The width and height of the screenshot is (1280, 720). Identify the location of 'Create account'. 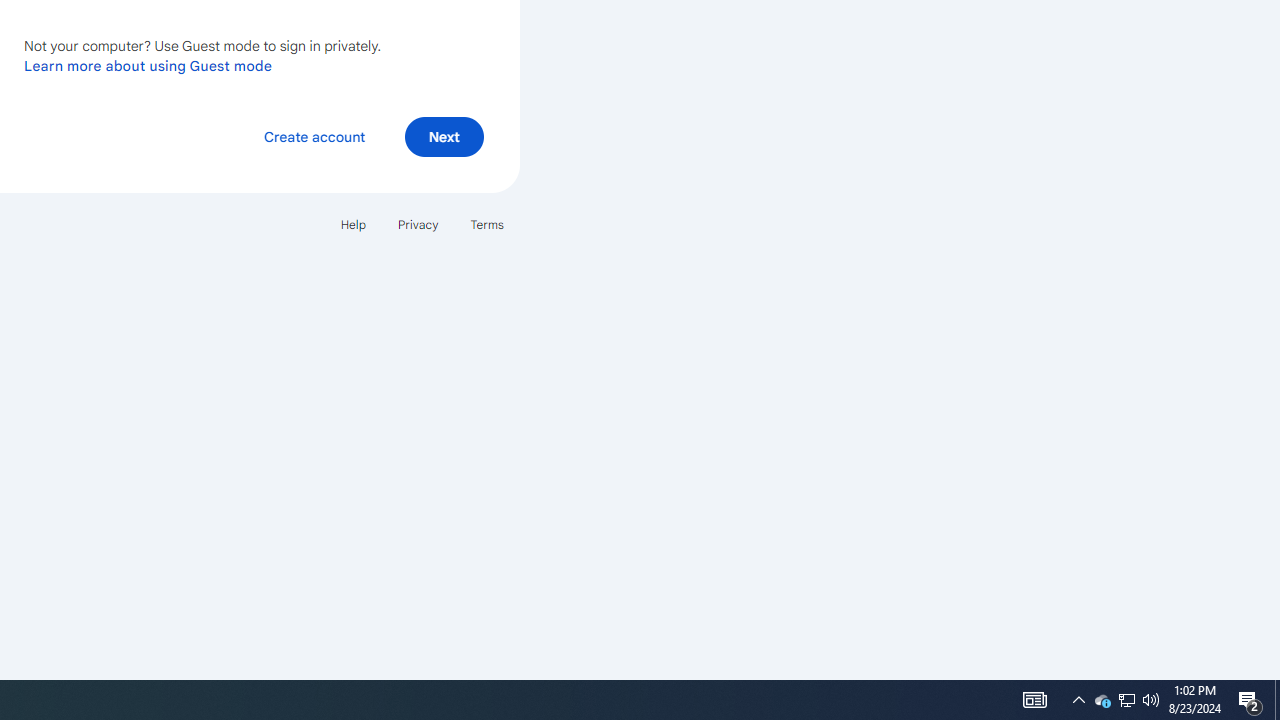
(313, 135).